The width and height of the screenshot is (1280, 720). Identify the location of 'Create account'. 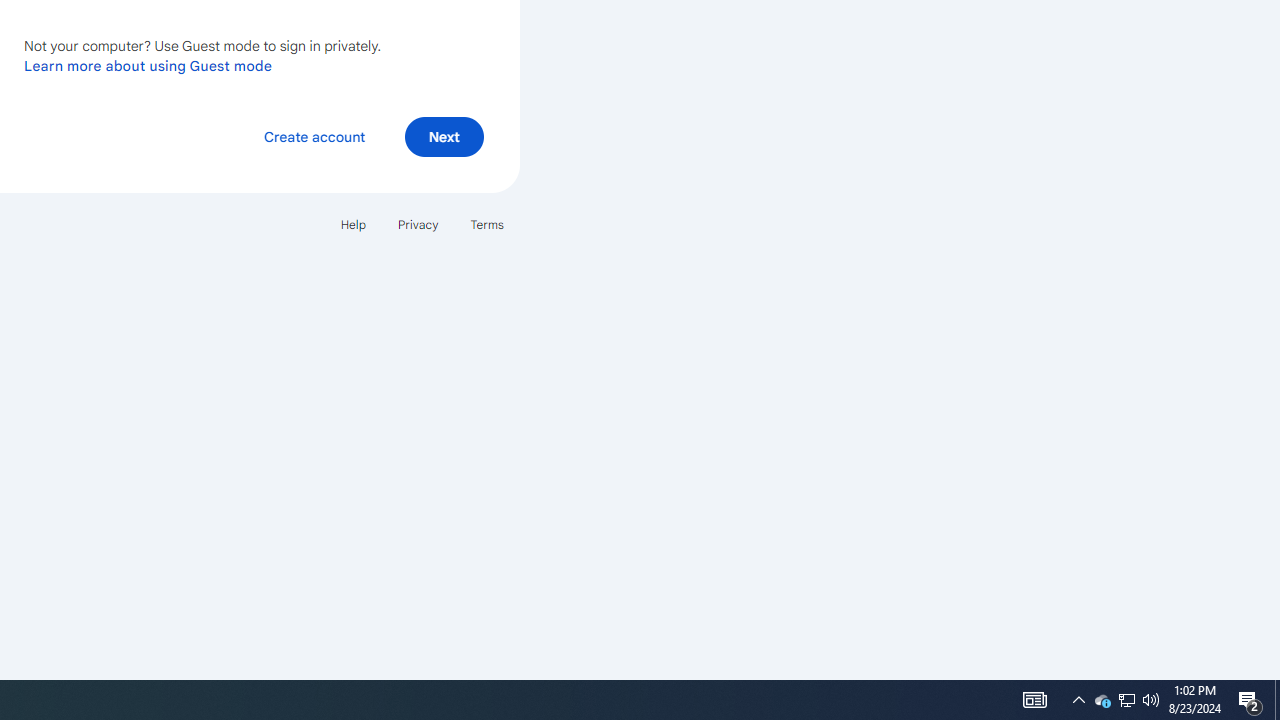
(313, 135).